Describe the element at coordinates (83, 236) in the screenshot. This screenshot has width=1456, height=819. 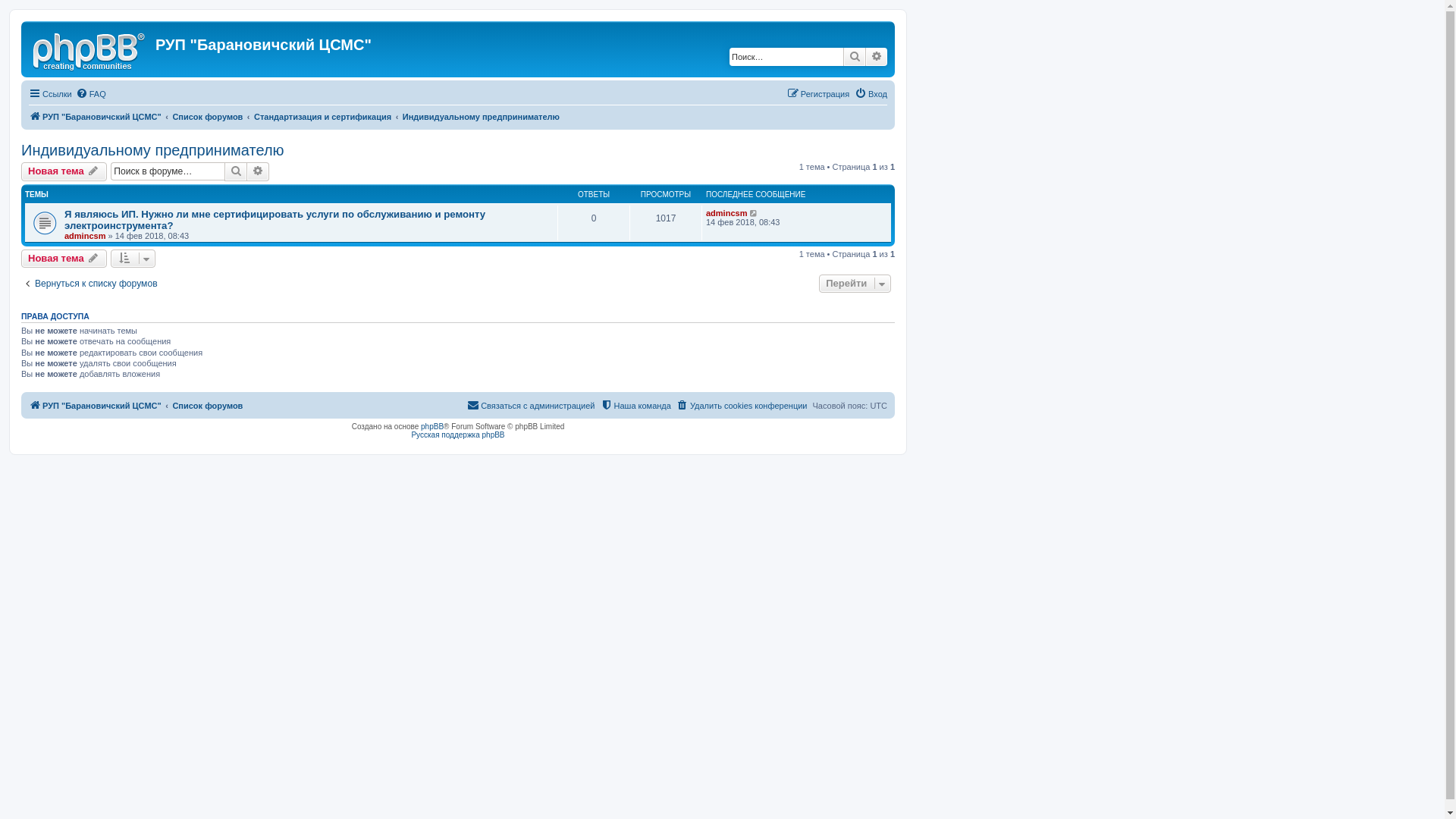
I see `'admincsm'` at that location.